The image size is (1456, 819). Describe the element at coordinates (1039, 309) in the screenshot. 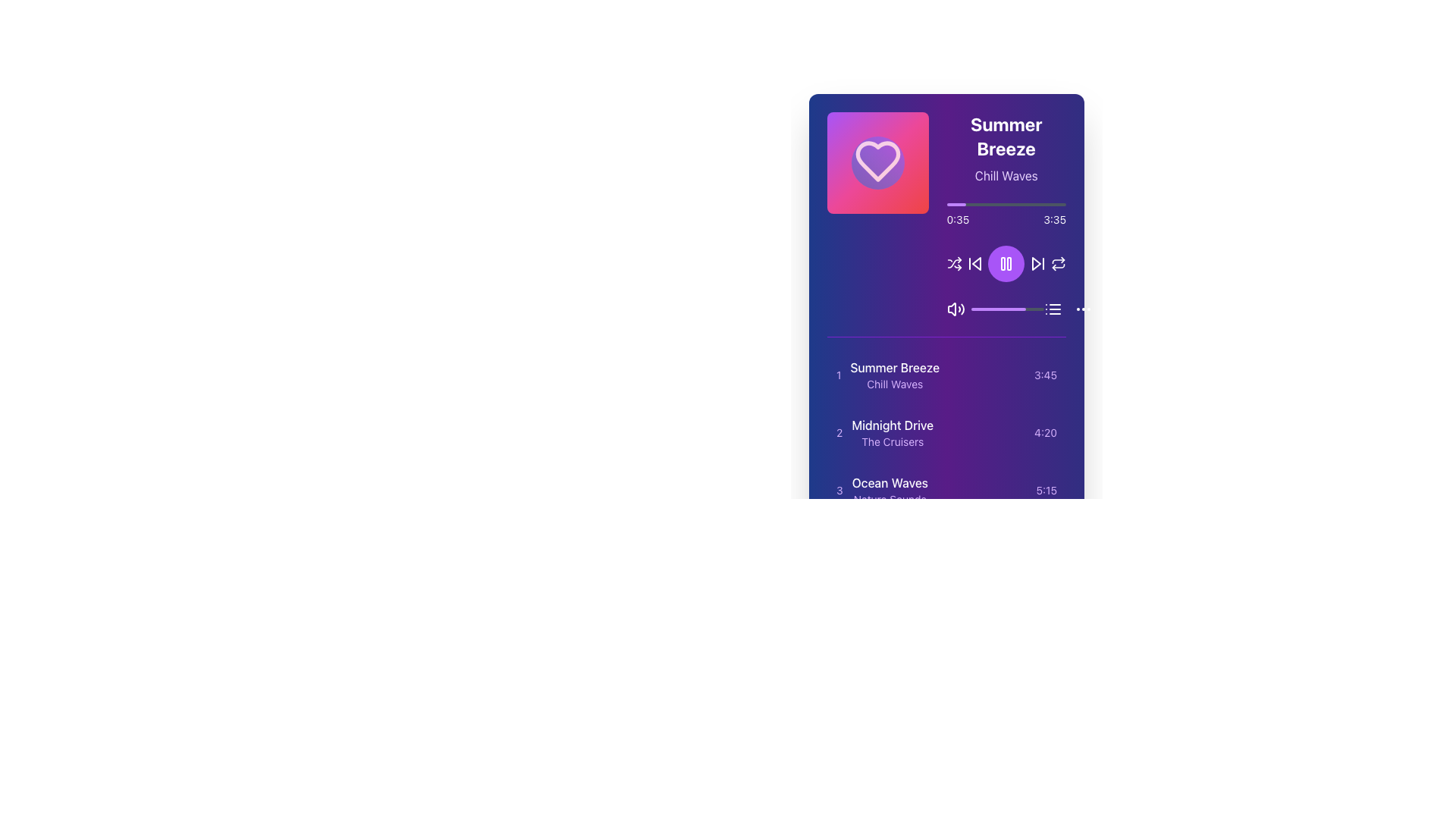

I see `the progress value` at that location.